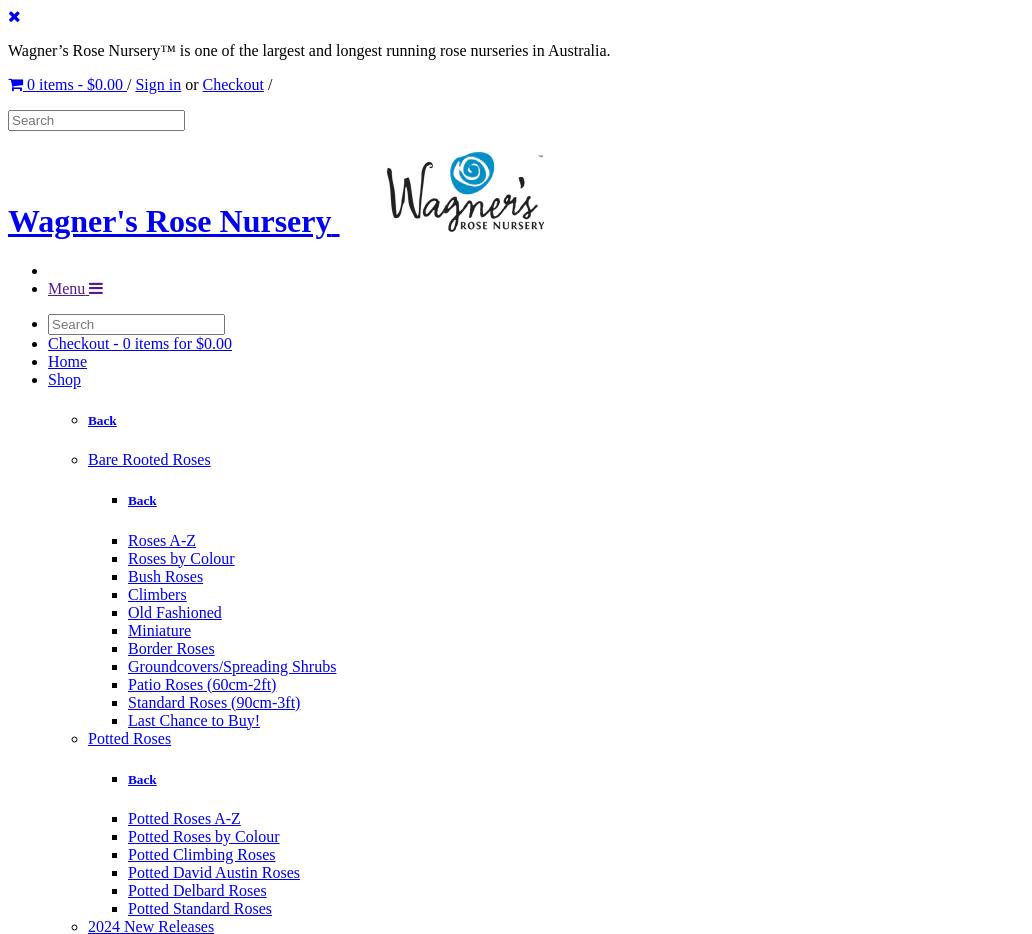  Describe the element at coordinates (192, 719) in the screenshot. I see `'Last Chance to Buy!'` at that location.